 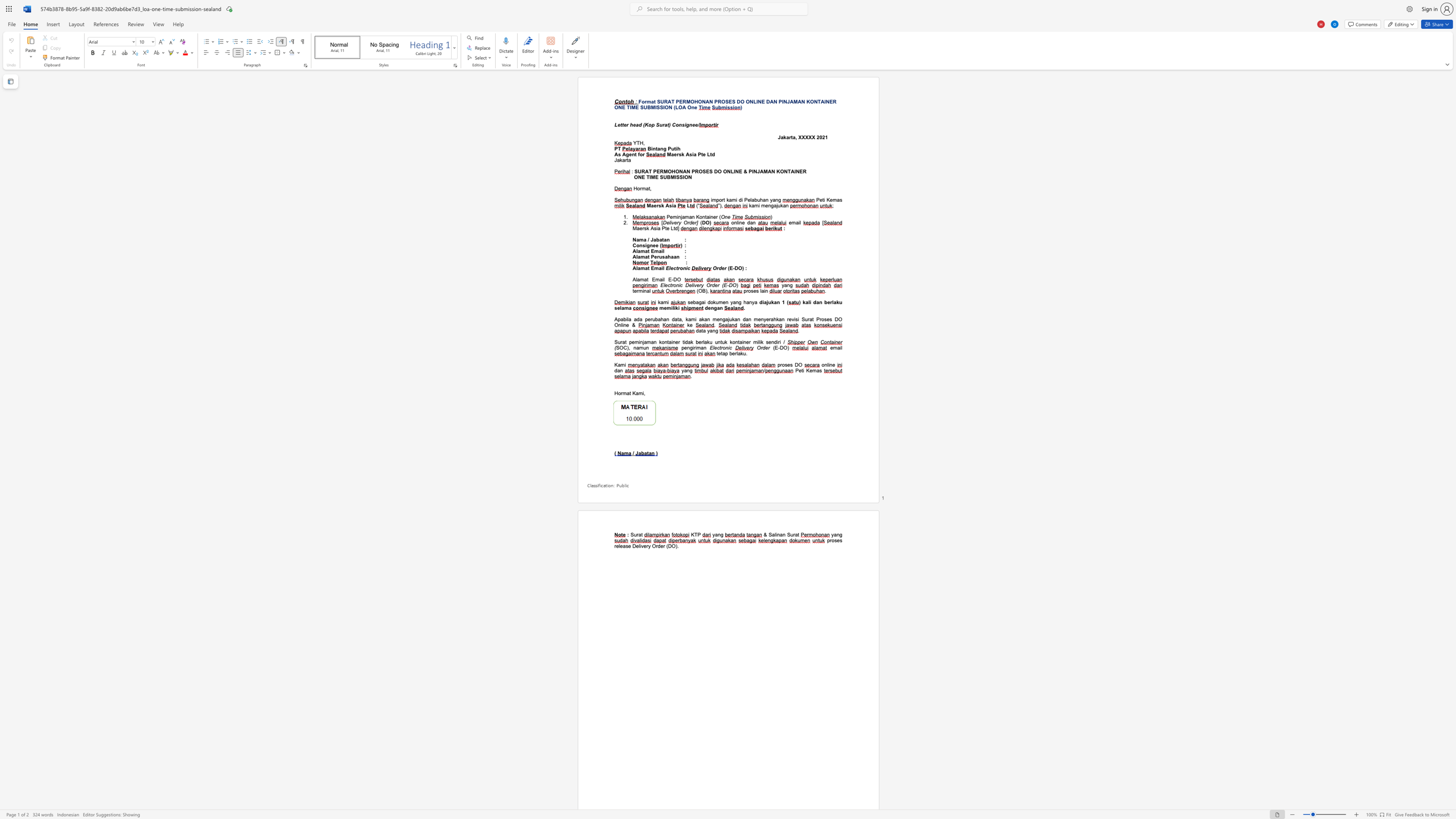 I want to click on the space between the continuous character "a" and "s" in the text, so click(x=818, y=370).